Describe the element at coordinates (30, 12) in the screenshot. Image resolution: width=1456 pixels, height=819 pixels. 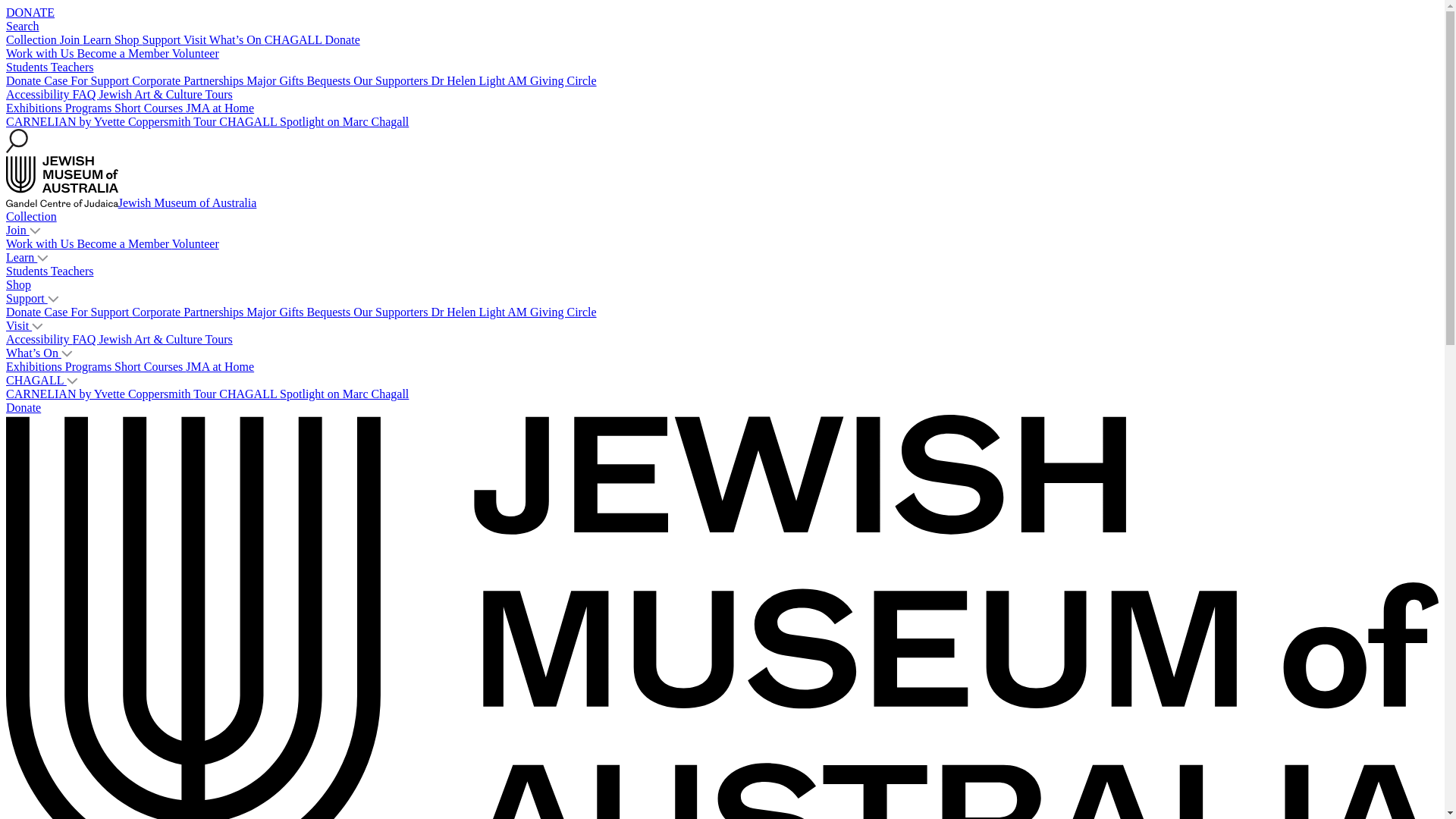
I see `'DONATE'` at that location.